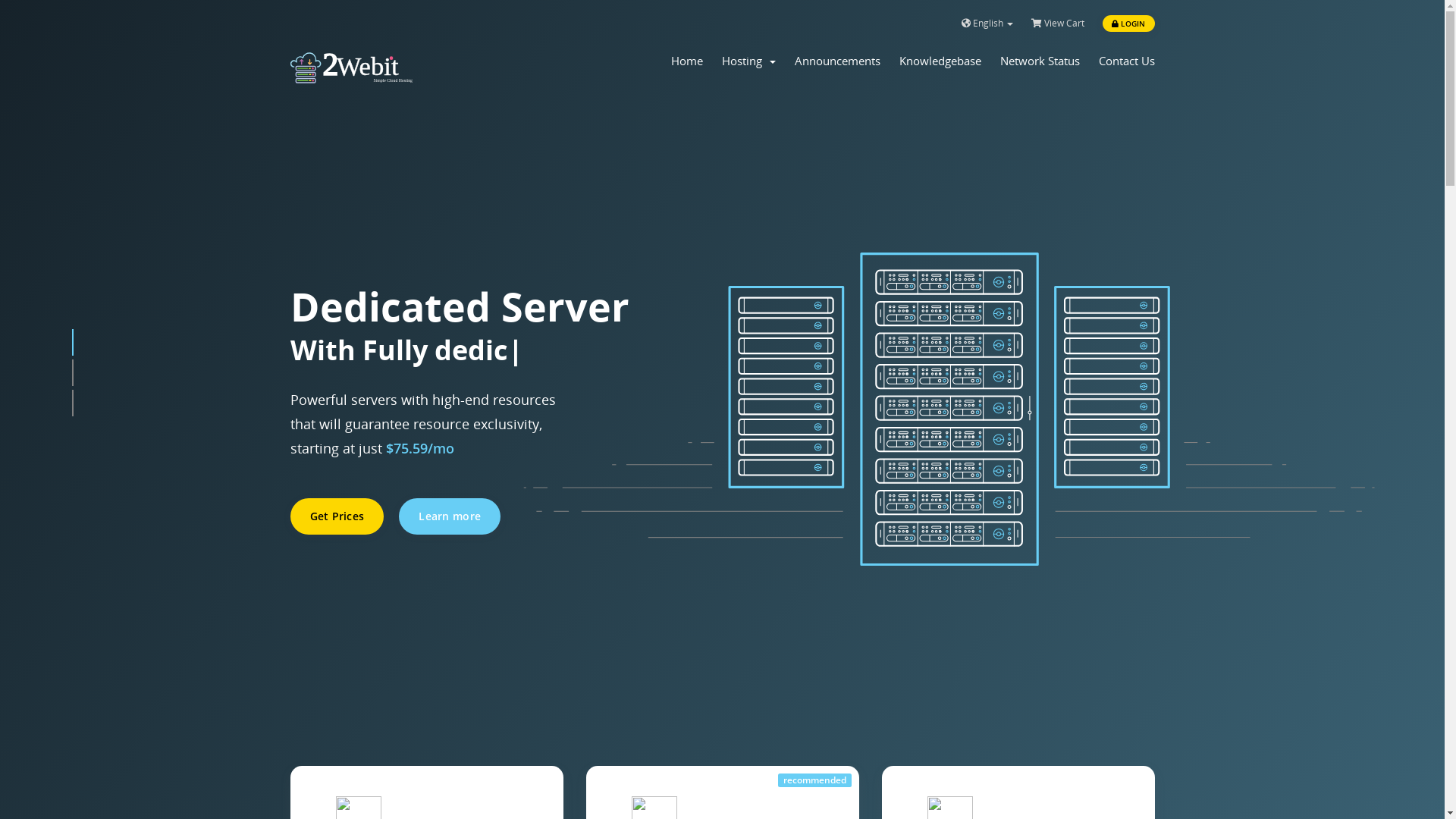 This screenshot has width=1456, height=819. What do you see at coordinates (987, 23) in the screenshot?
I see `'English'` at bounding box center [987, 23].